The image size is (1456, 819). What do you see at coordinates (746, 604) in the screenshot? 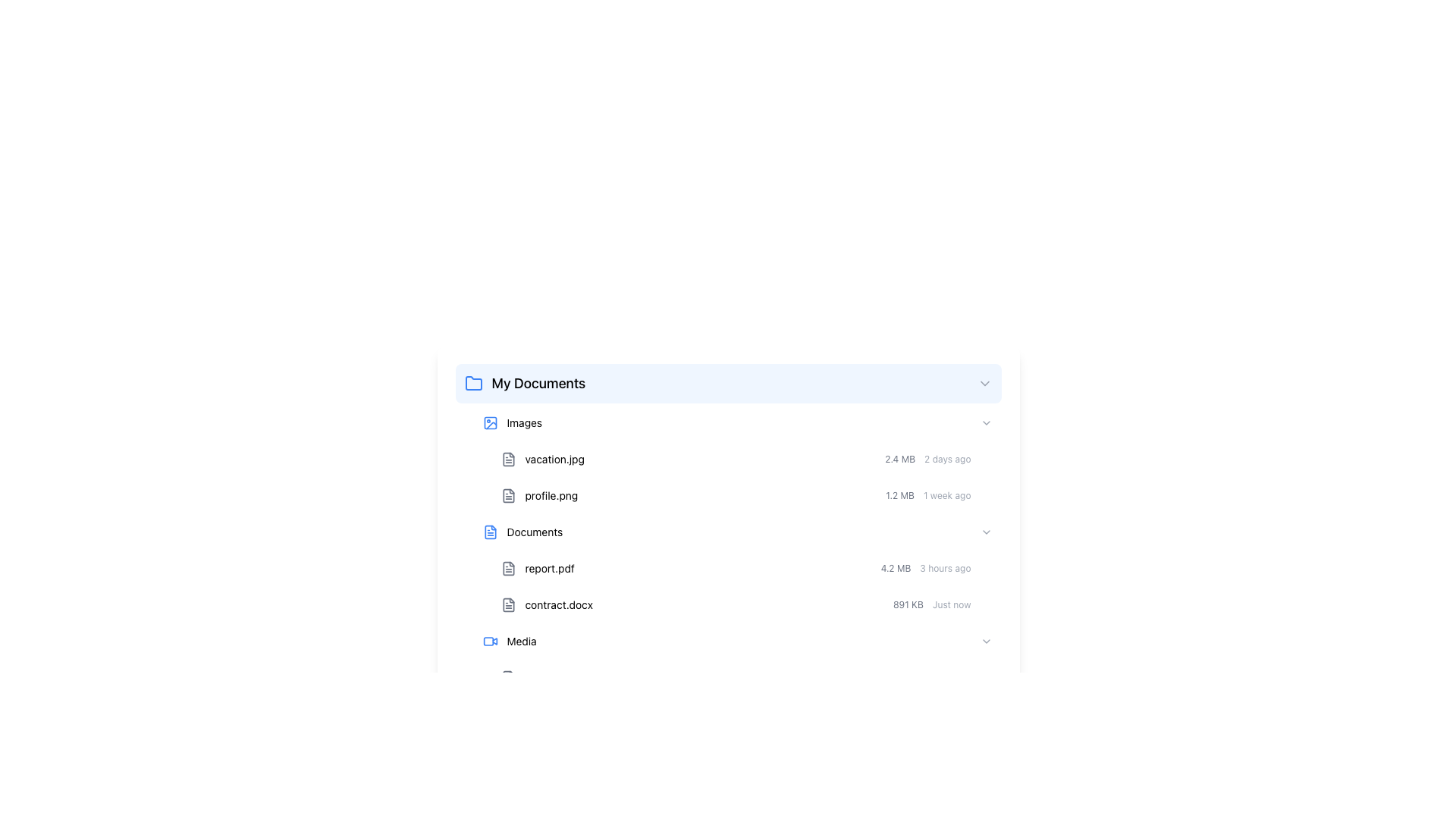
I see `to select the document file listed as the second item under the 'Documents' section, located below 'report.pdf'` at bounding box center [746, 604].